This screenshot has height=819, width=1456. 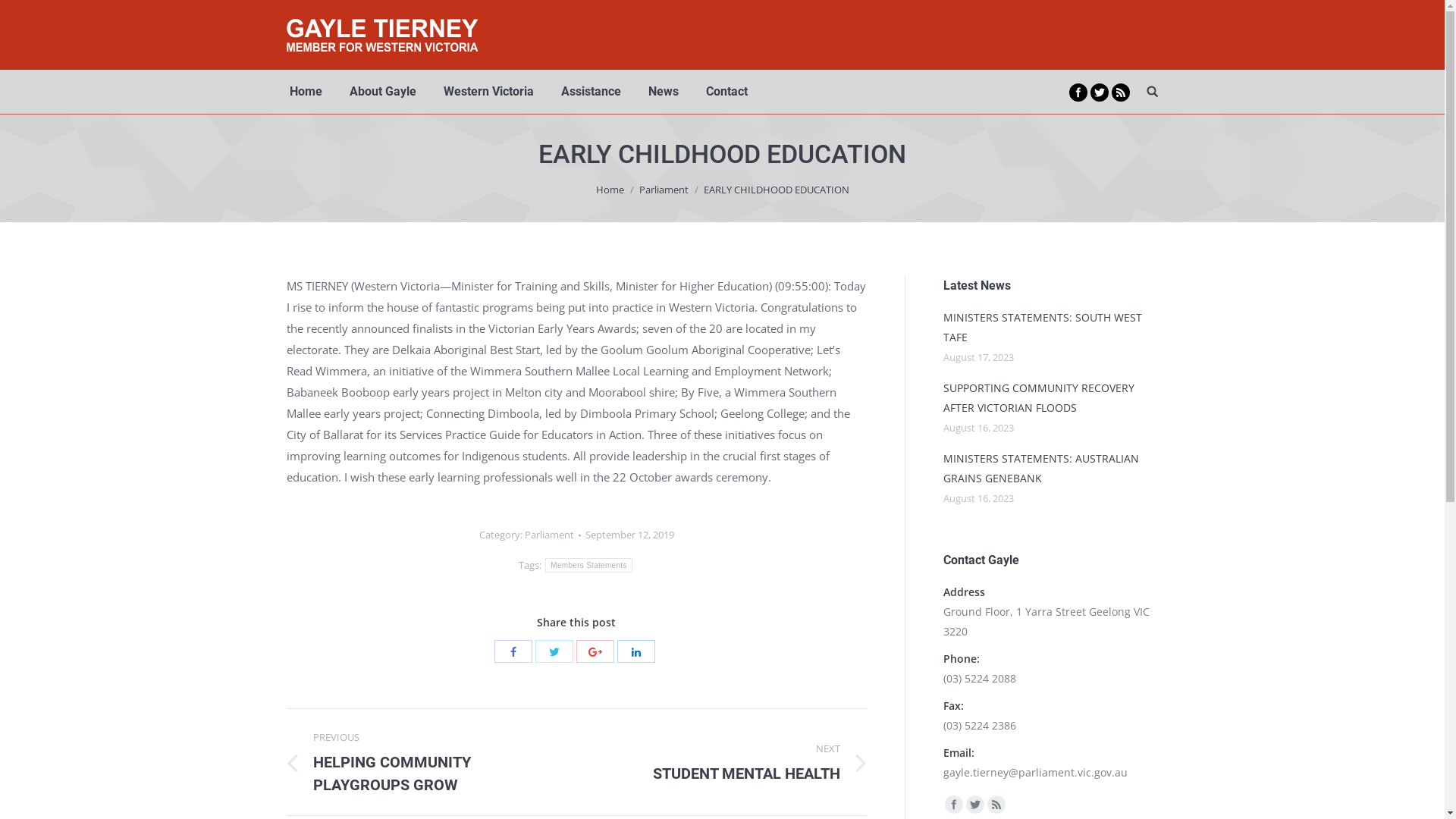 What do you see at coordinates (733, 762) in the screenshot?
I see `'NEXT` at bounding box center [733, 762].